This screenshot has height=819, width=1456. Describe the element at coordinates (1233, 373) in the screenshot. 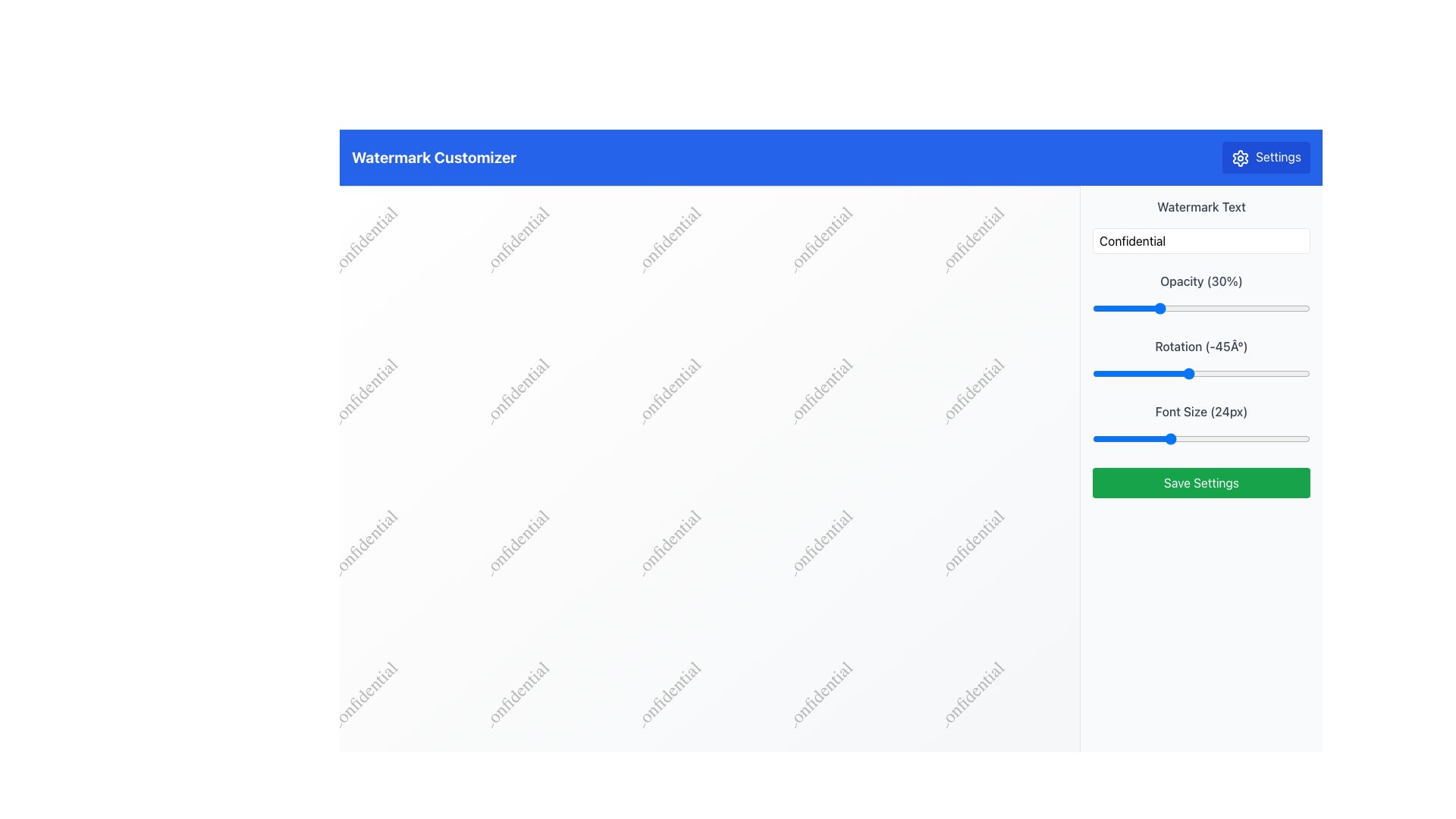

I see `rotation` at that location.